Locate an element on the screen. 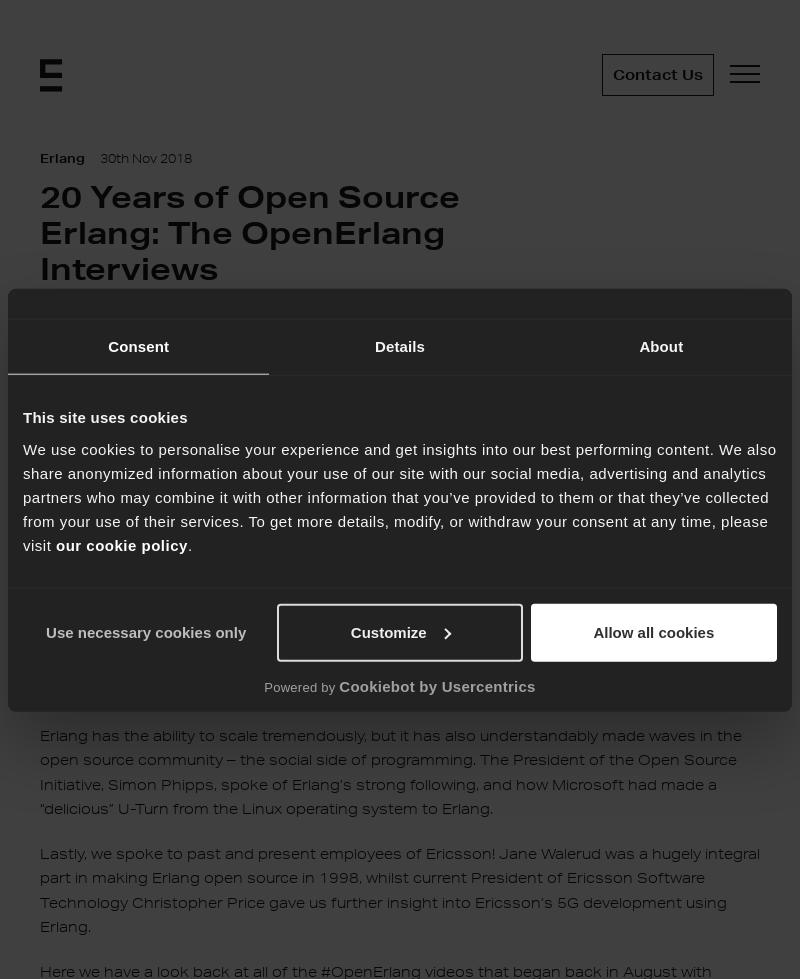 The image size is (800, 979). '20 Years of Open Source Erlang: The OpenErlang Interviews' is located at coordinates (249, 232).